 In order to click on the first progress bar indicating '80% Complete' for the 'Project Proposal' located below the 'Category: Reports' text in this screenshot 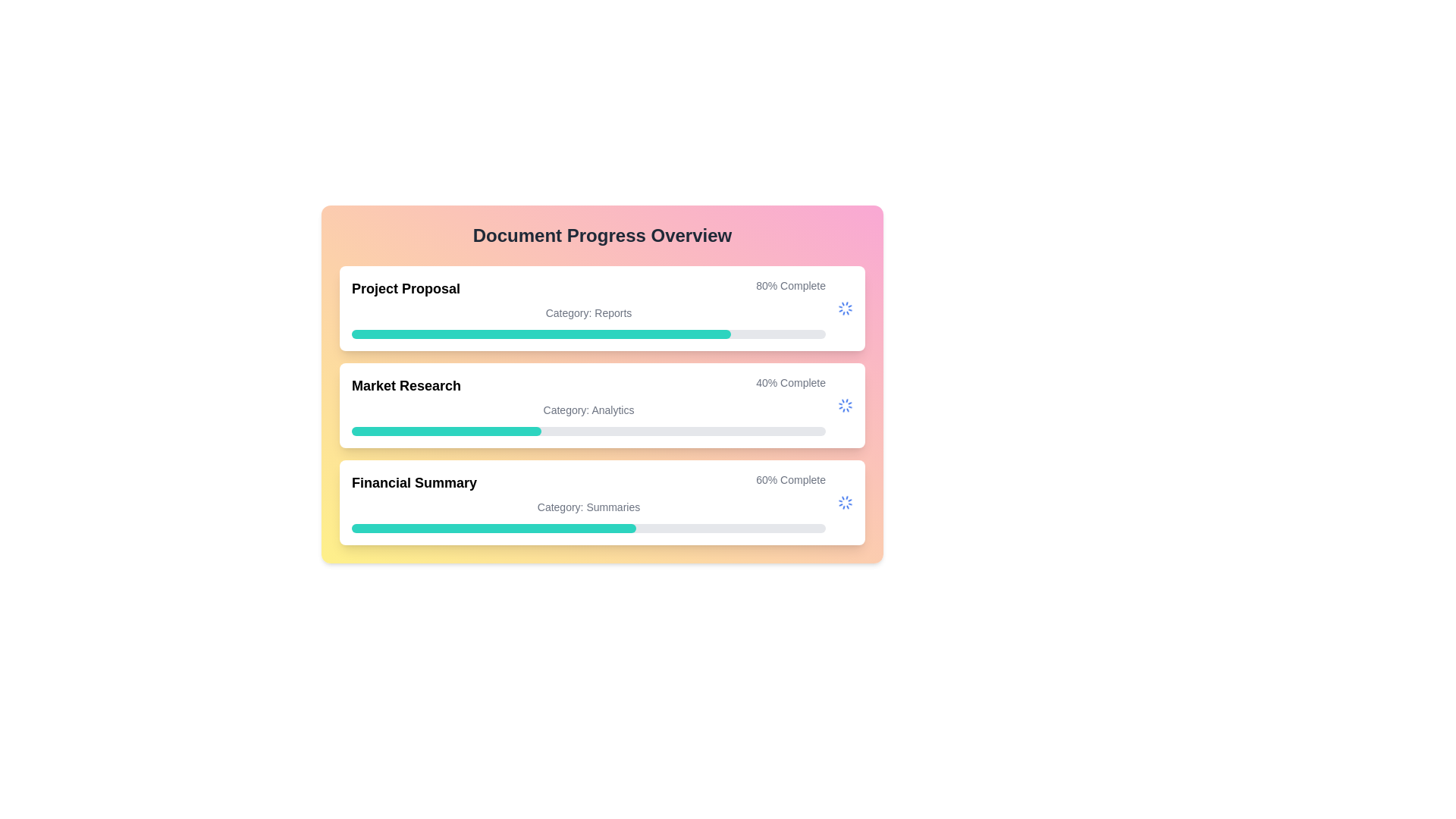, I will do `click(588, 333)`.